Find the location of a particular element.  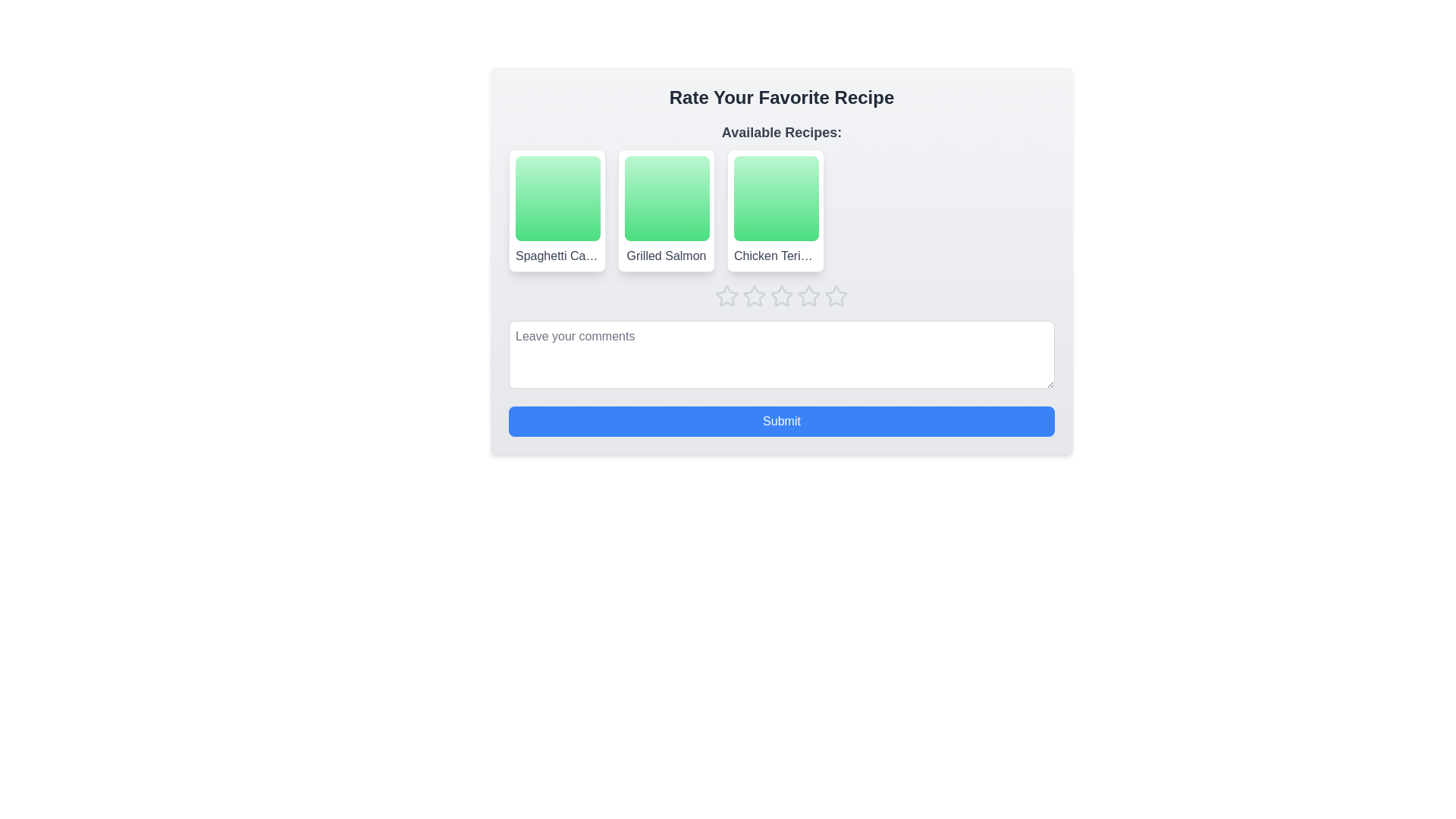

the second star from the left in the horizontal row of five star rating icons beneath the 'Chicken Teriyaki' card is located at coordinates (781, 295).